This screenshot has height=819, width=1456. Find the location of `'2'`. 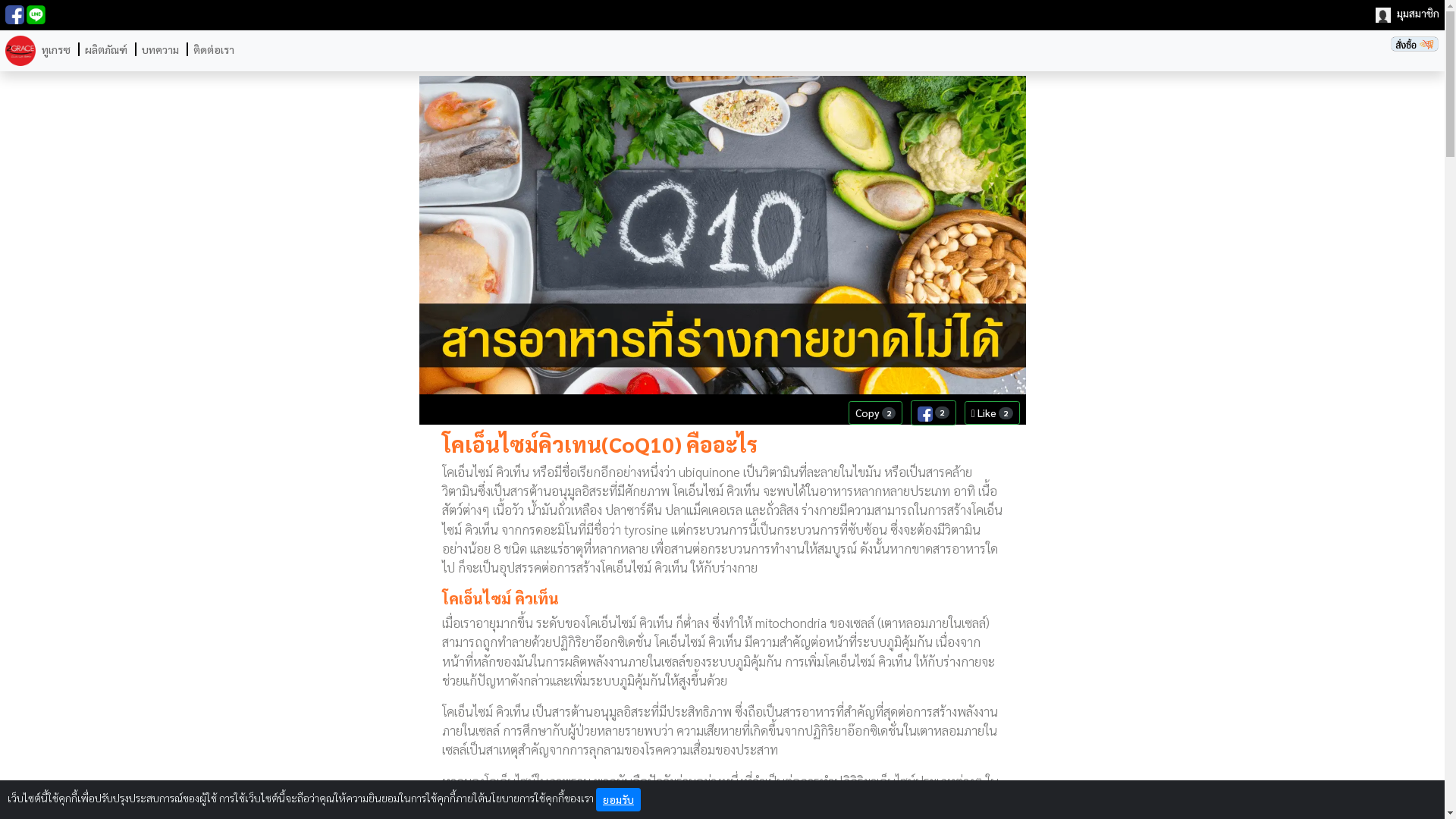

'2' is located at coordinates (910, 413).